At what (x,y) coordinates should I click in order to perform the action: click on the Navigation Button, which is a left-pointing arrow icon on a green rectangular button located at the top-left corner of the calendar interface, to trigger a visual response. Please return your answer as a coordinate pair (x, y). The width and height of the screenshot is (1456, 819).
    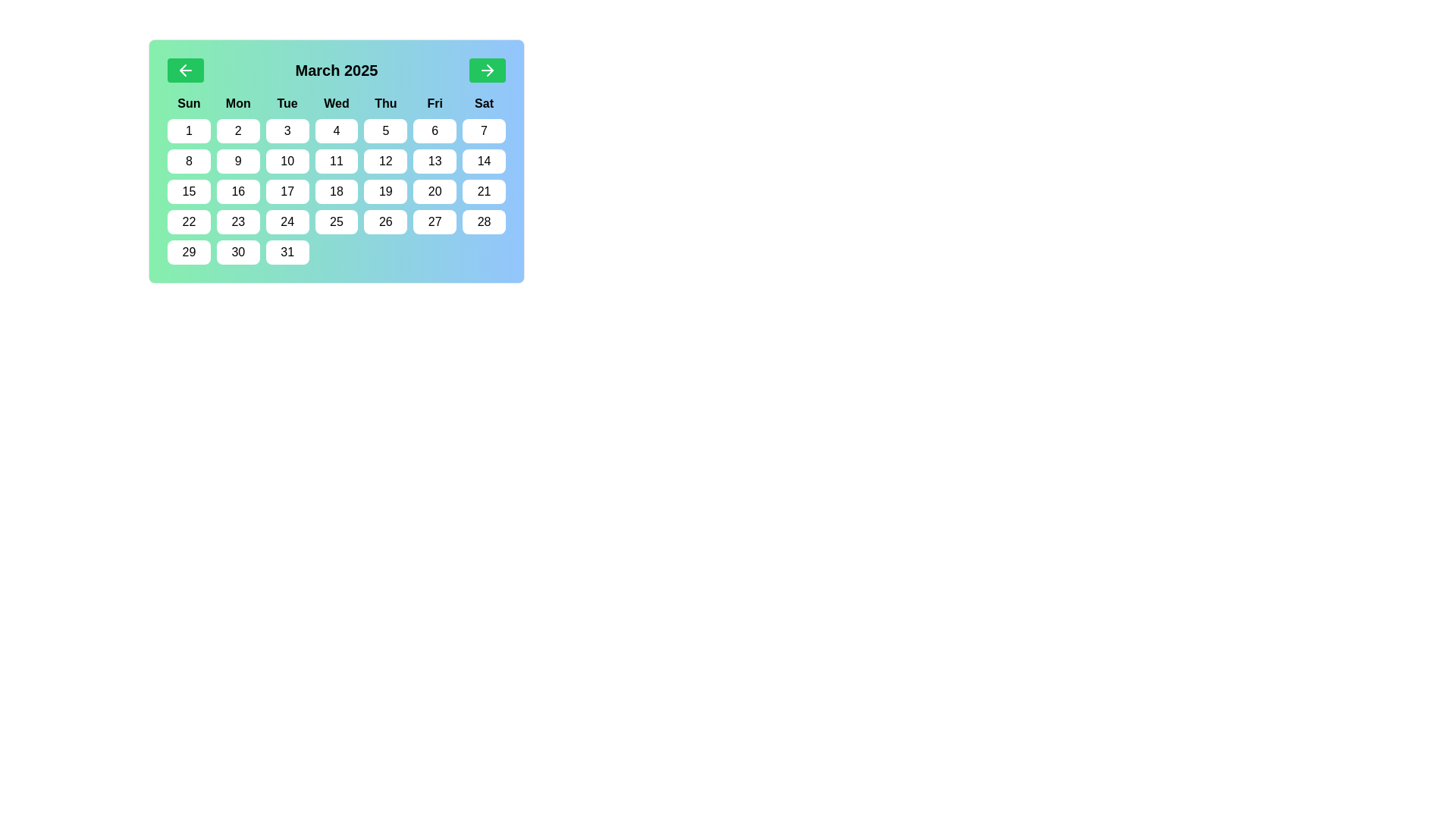
    Looking at the image, I should click on (184, 70).